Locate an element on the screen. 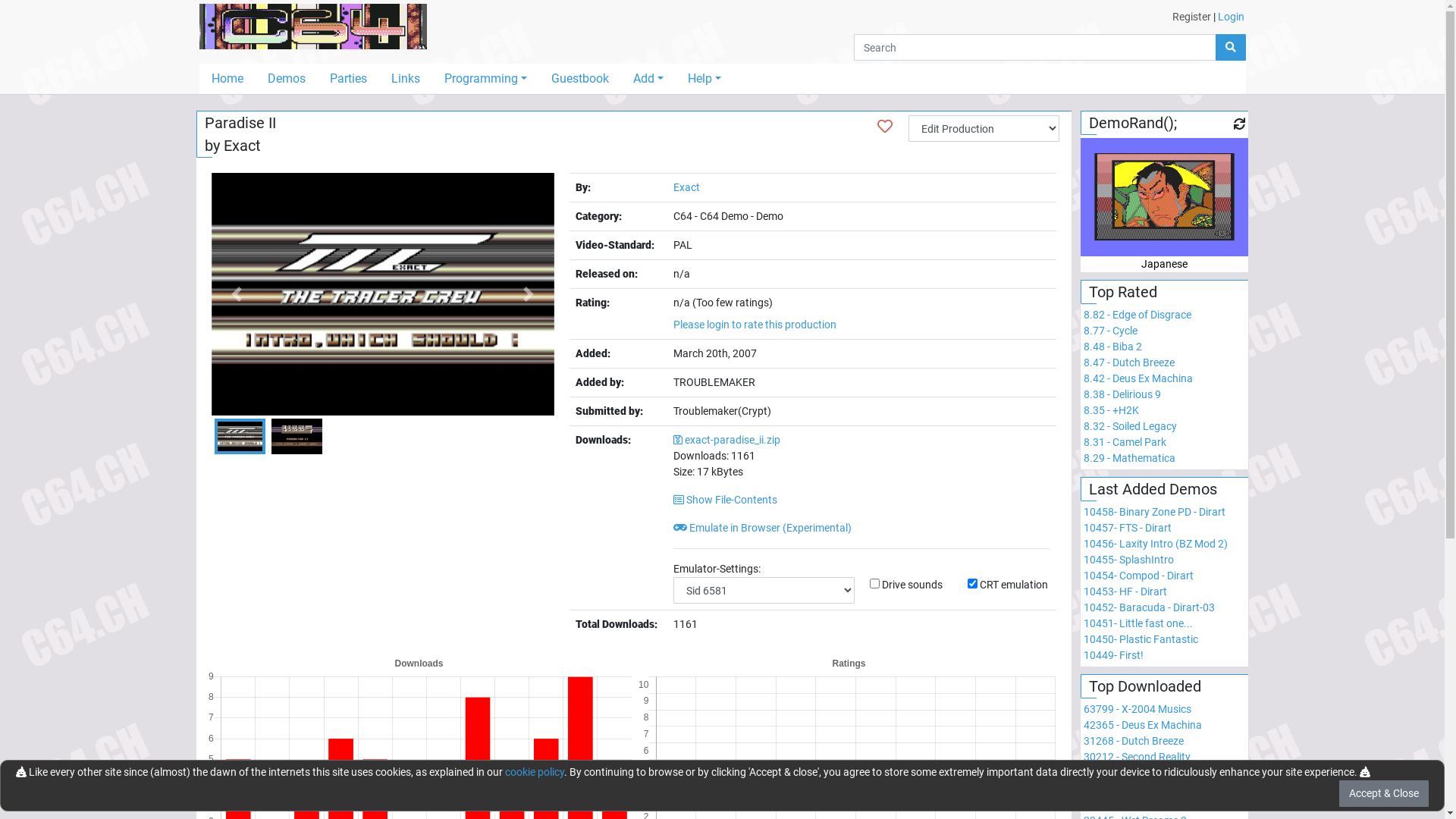 The image size is (1456, 819). '63799 - X-2004 Musics' is located at coordinates (1083, 708).